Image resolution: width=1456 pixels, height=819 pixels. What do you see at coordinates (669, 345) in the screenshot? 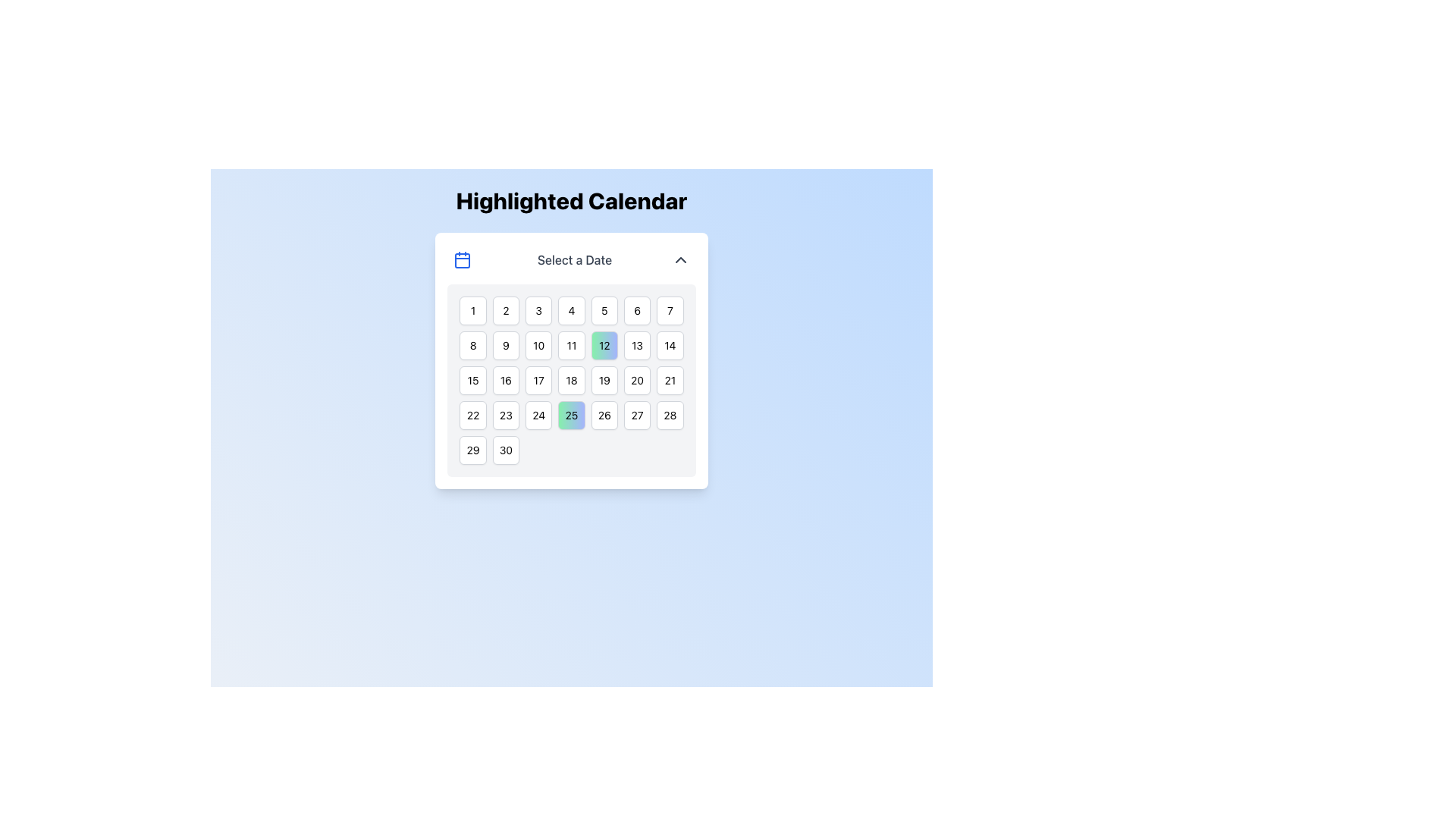
I see `the button displaying the number '14' with a rounded border and white background, located in the seventh column of the second row of the calendar grid` at bounding box center [669, 345].